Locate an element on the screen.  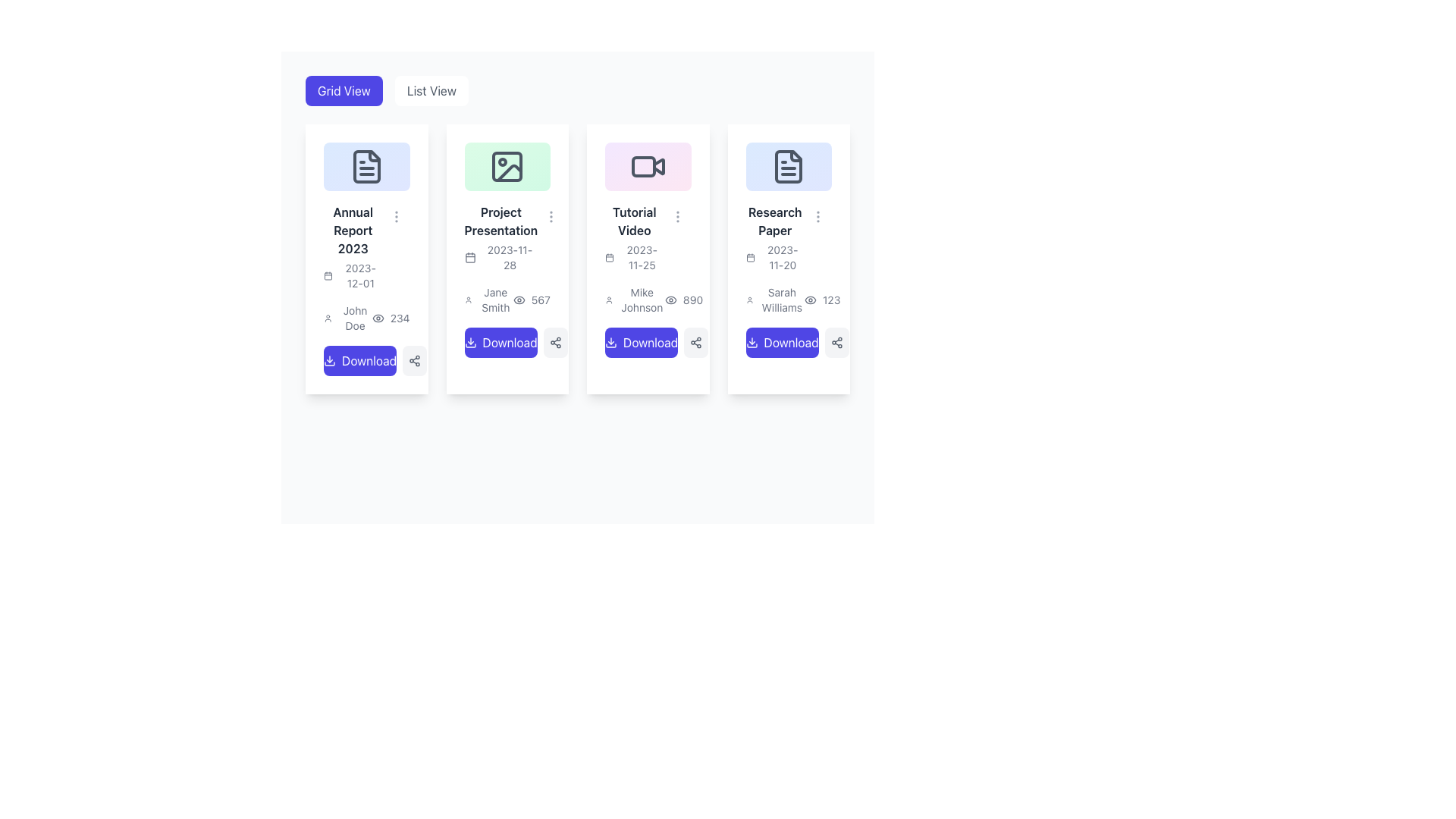
bold, font-semibold text snippet labeled 'Annual Report 2023' located beneath the document icon and above the date information '2023-12-01' in the first card of the grid layout is located at coordinates (352, 230).